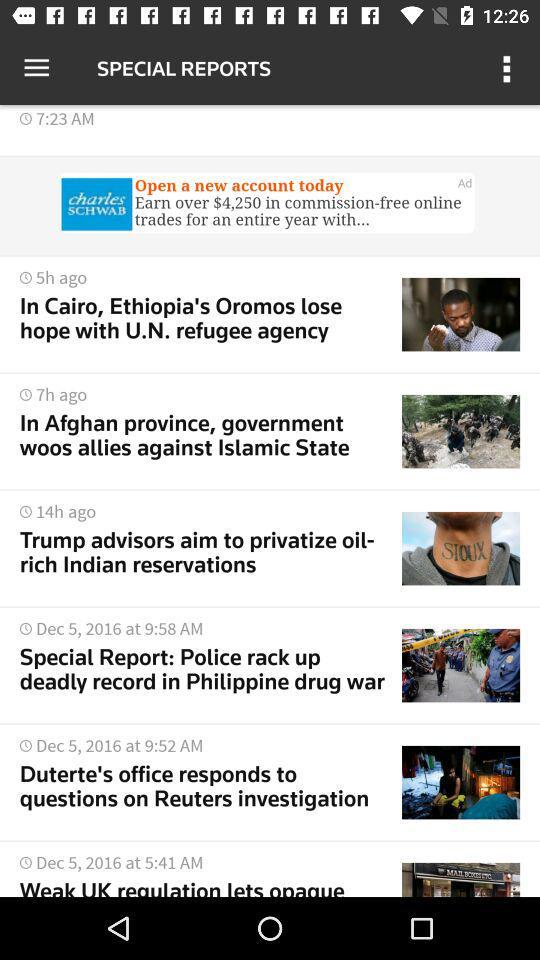  Describe the element at coordinates (270, 205) in the screenshot. I see `advertisement` at that location.